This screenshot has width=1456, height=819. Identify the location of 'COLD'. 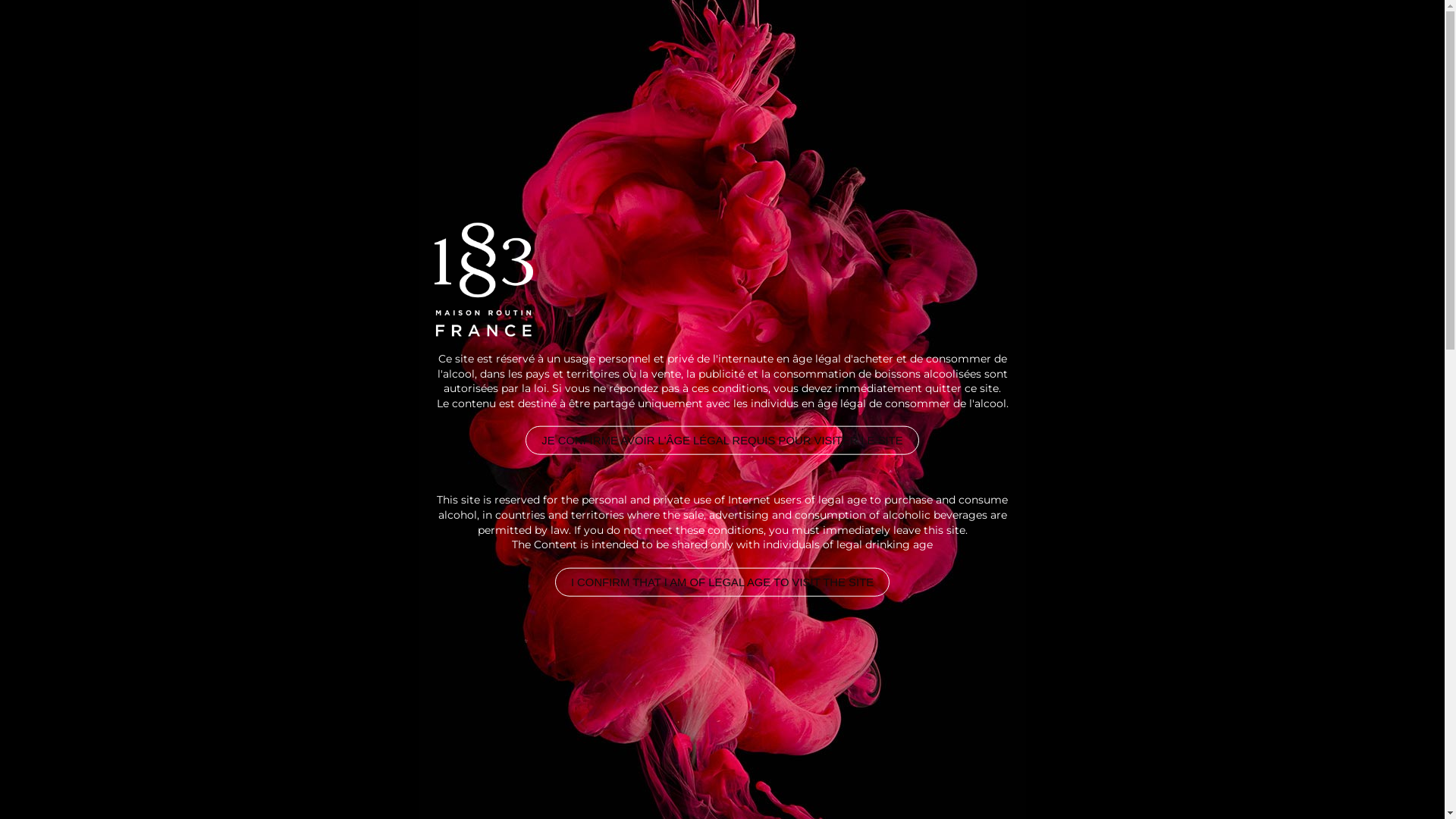
(334, 225).